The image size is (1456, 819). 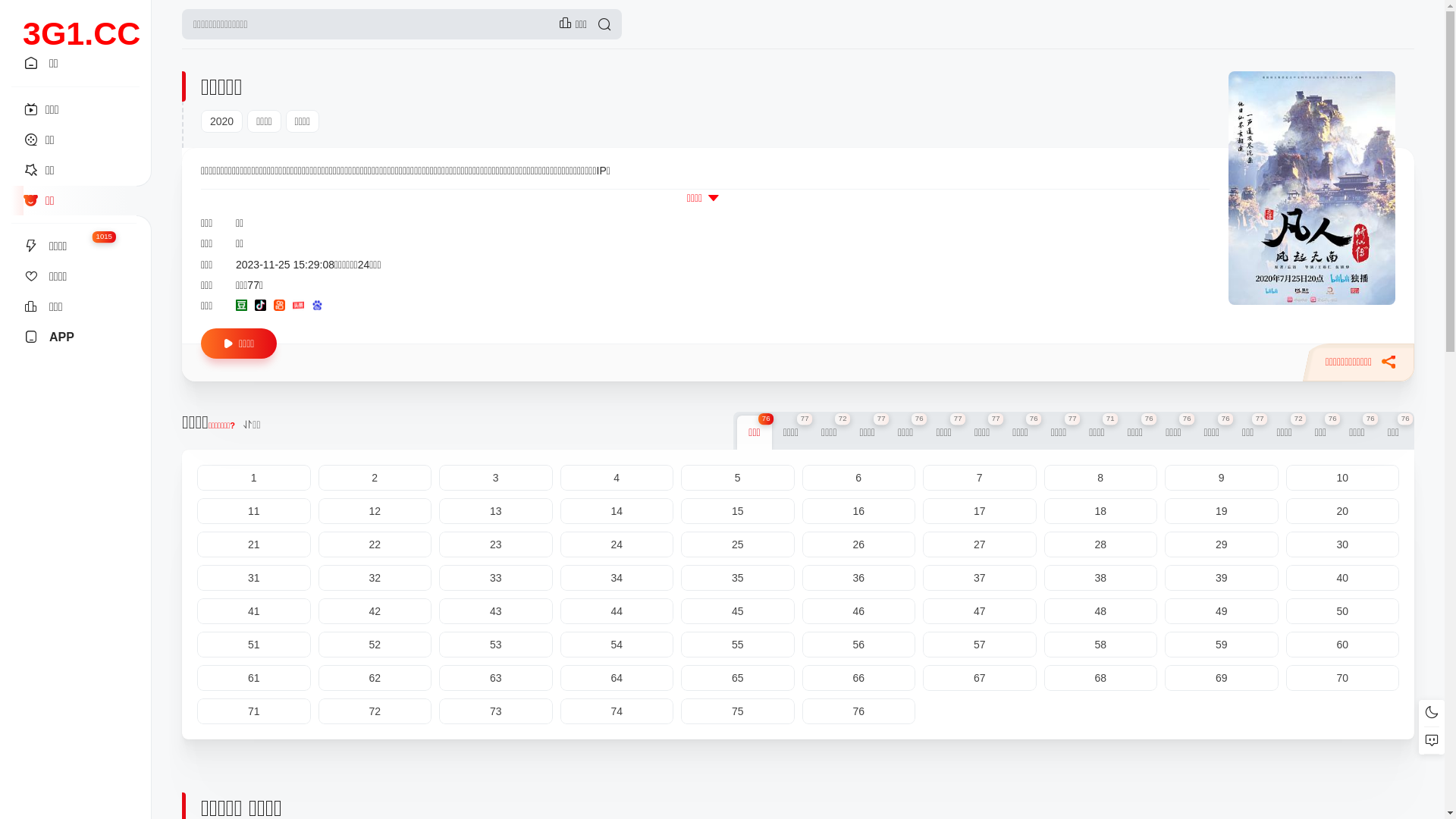 What do you see at coordinates (858, 610) in the screenshot?
I see `'46'` at bounding box center [858, 610].